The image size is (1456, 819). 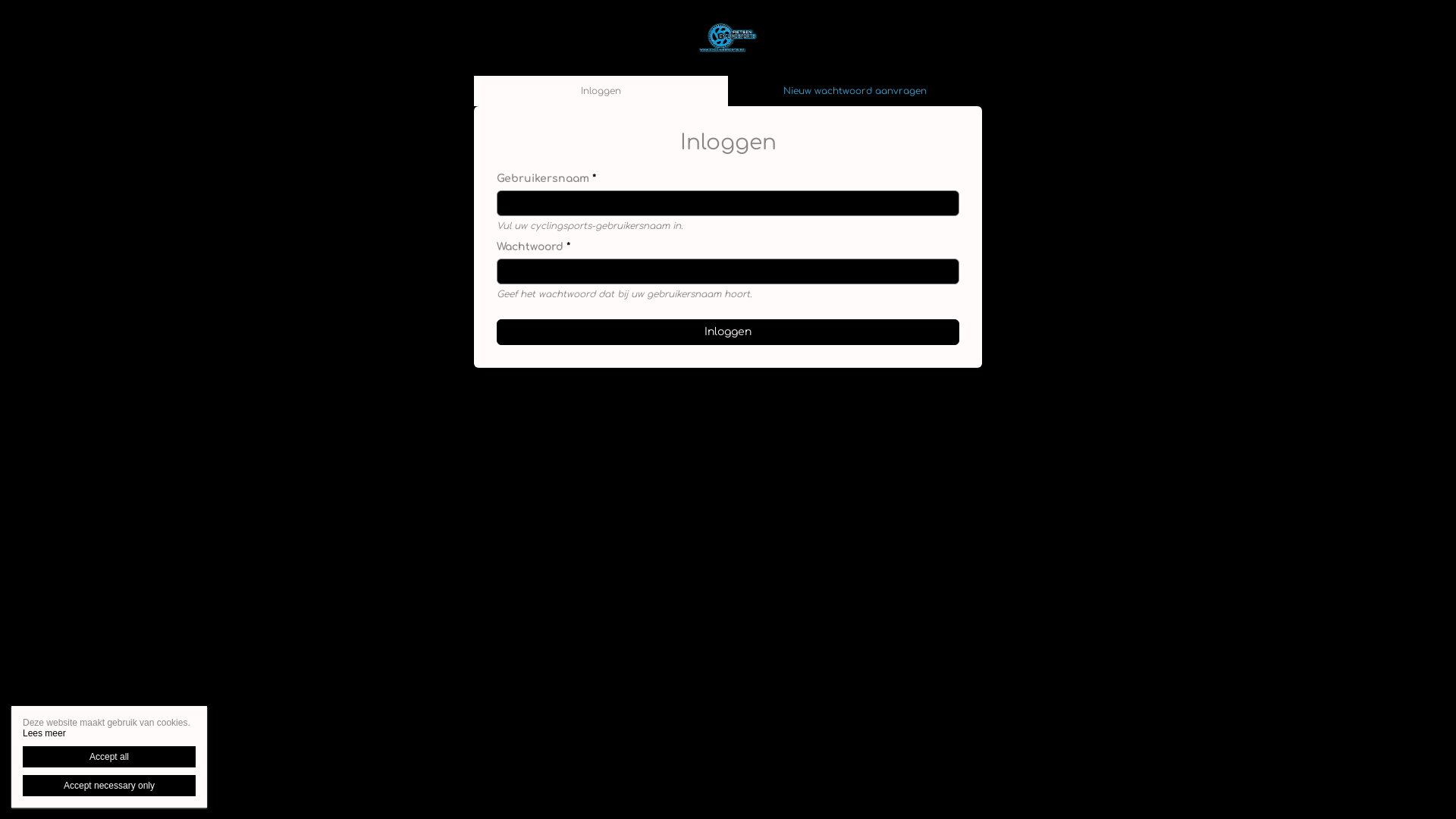 I want to click on 'Home', so click(x=698, y=36).